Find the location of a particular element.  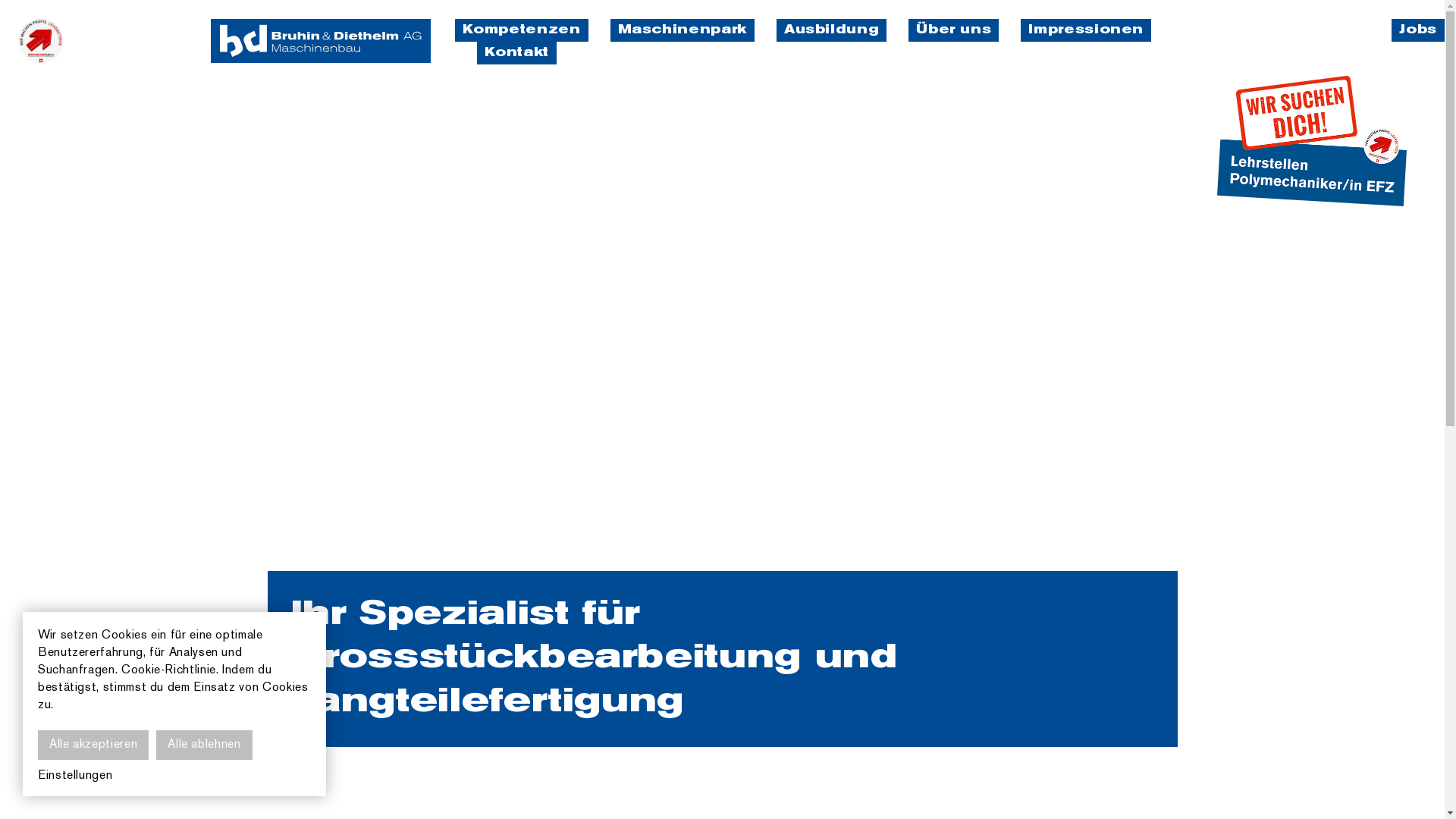

'Einstellungen' is located at coordinates (74, 776).